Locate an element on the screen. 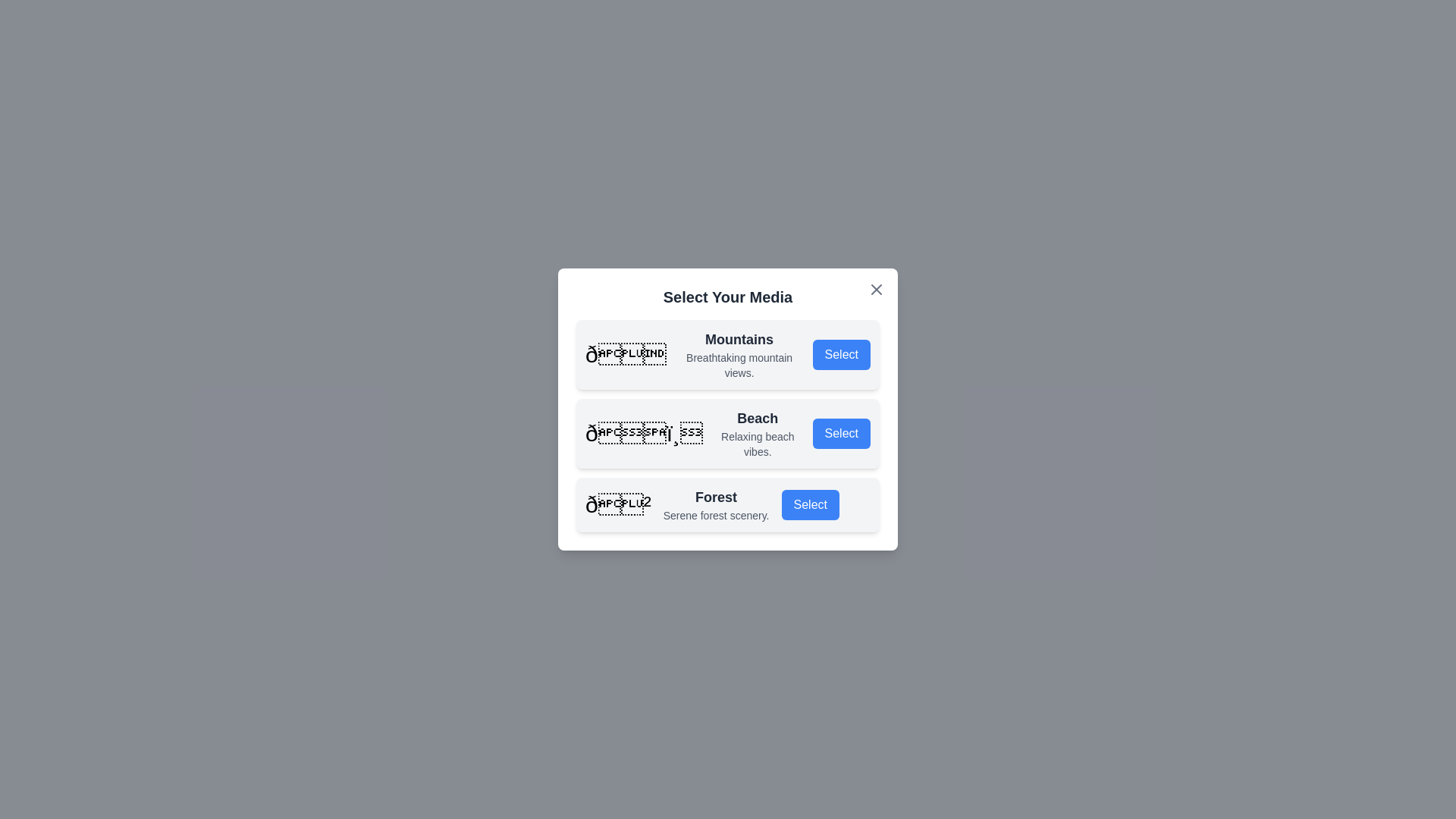  'Select' button for the specified media option Forest is located at coordinates (809, 505).